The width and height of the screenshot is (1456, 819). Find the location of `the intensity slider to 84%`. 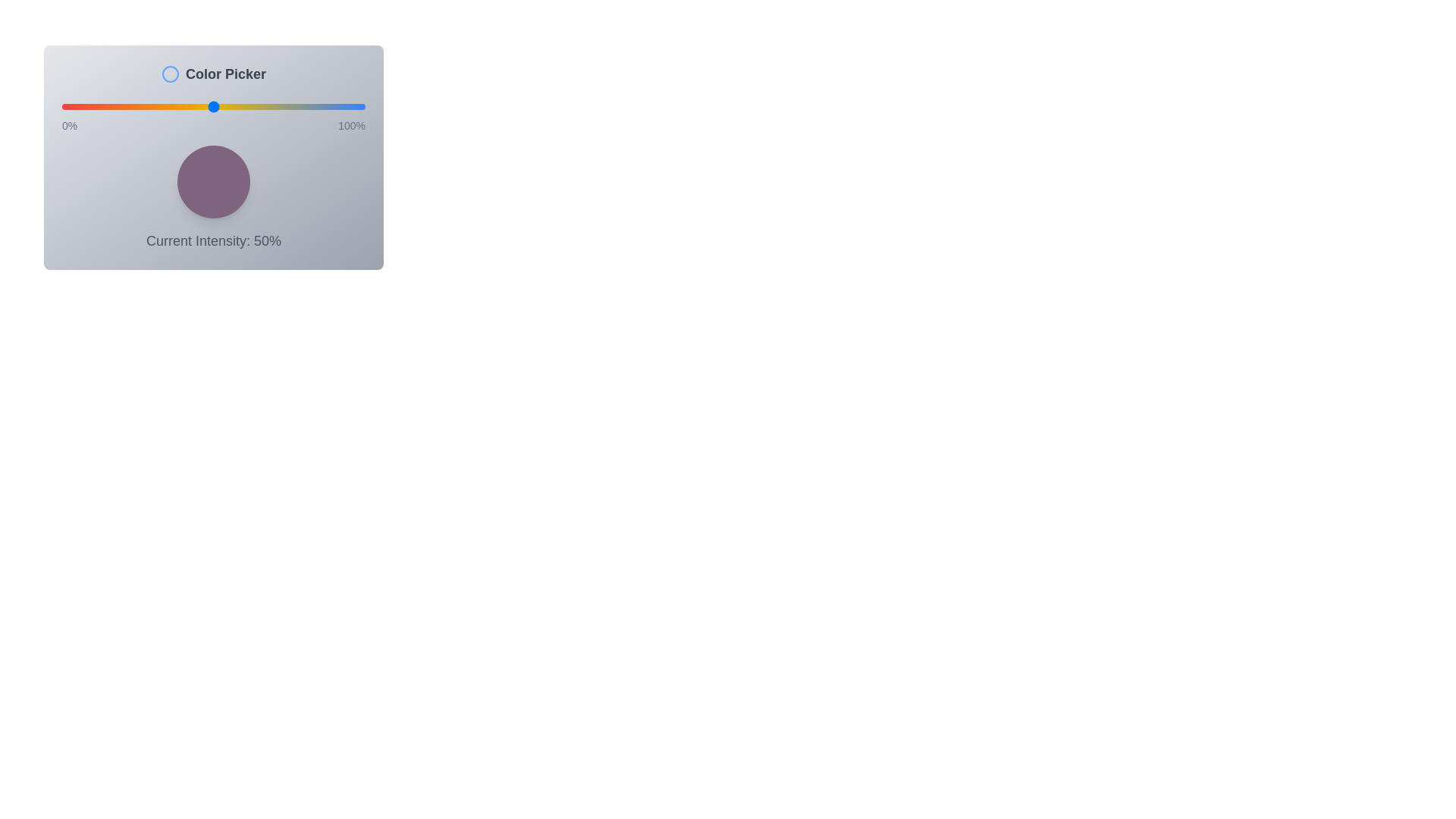

the intensity slider to 84% is located at coordinates (315, 106).